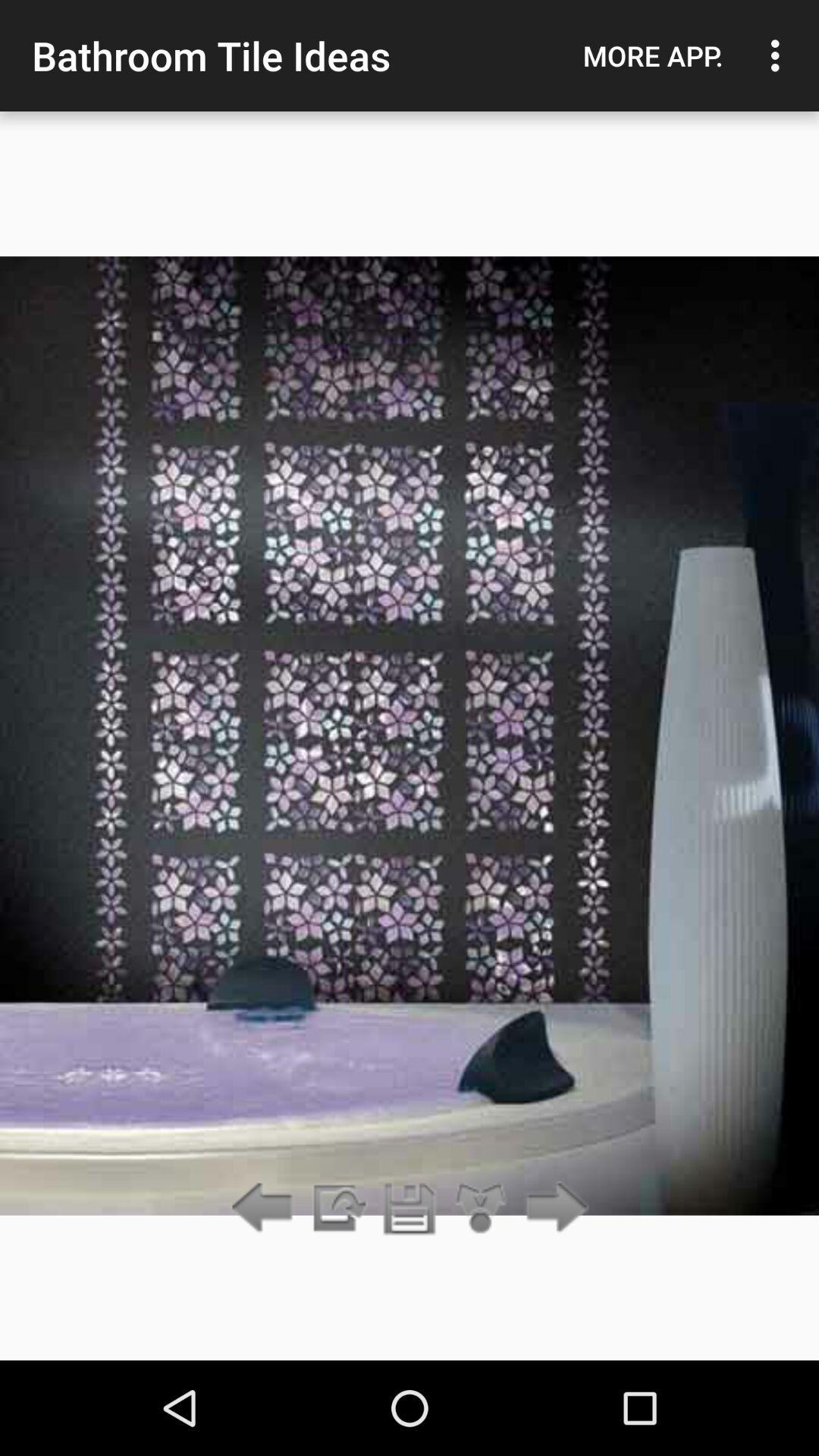 This screenshot has height=1456, width=819. I want to click on save, so click(409, 1208).